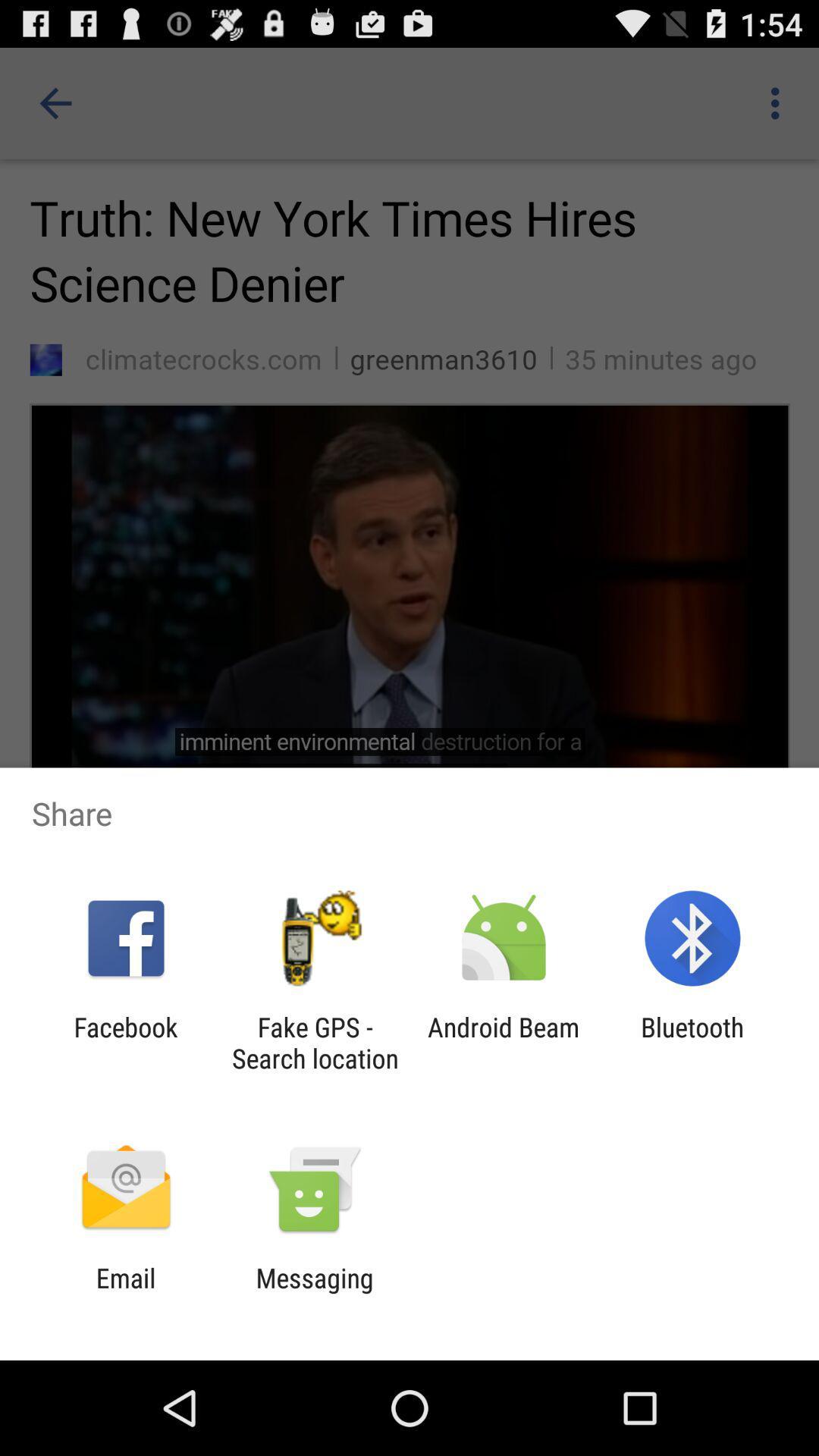  What do you see at coordinates (125, 1042) in the screenshot?
I see `facebook item` at bounding box center [125, 1042].